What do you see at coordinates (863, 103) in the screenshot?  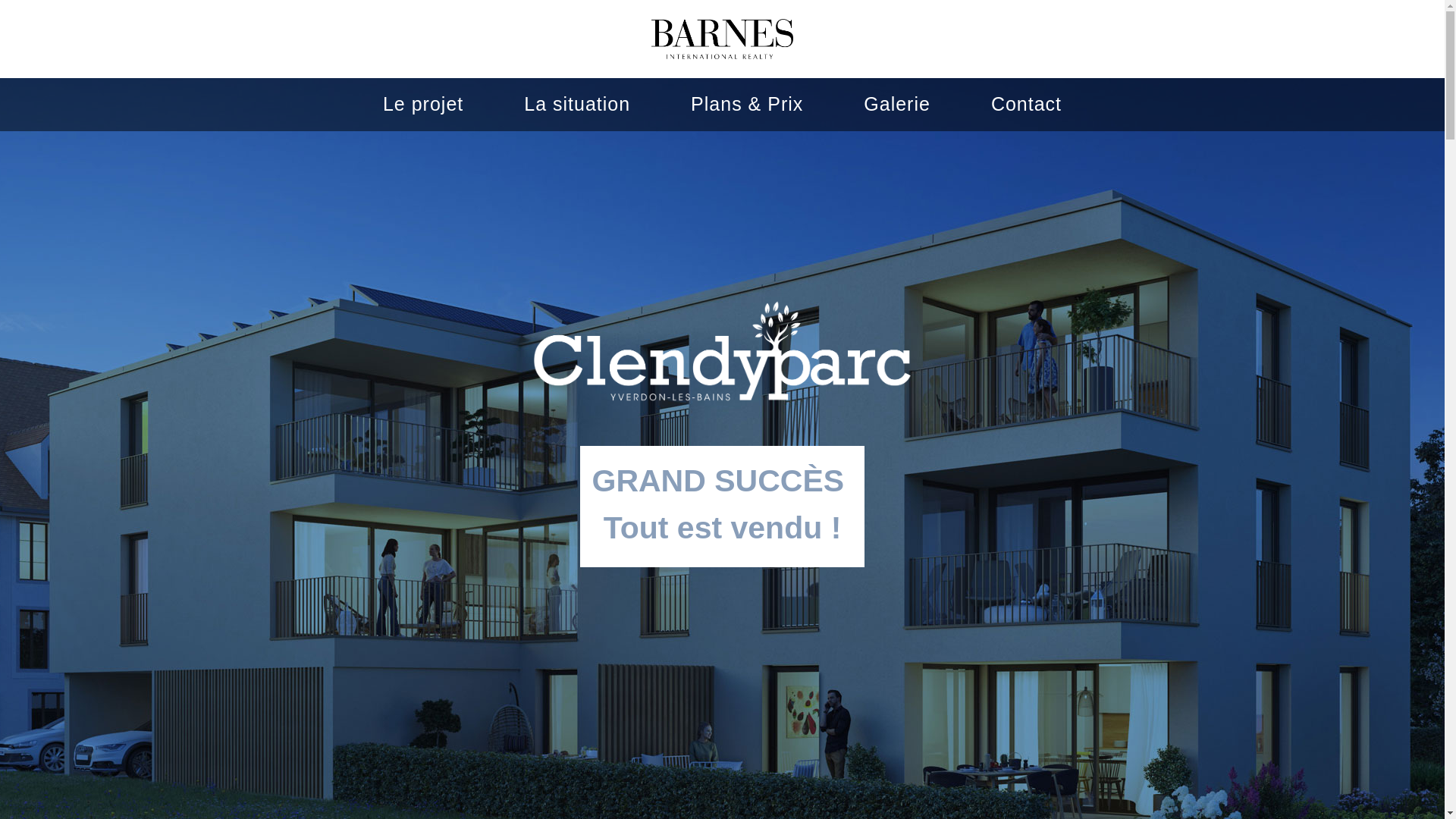 I see `'Galerie'` at bounding box center [863, 103].